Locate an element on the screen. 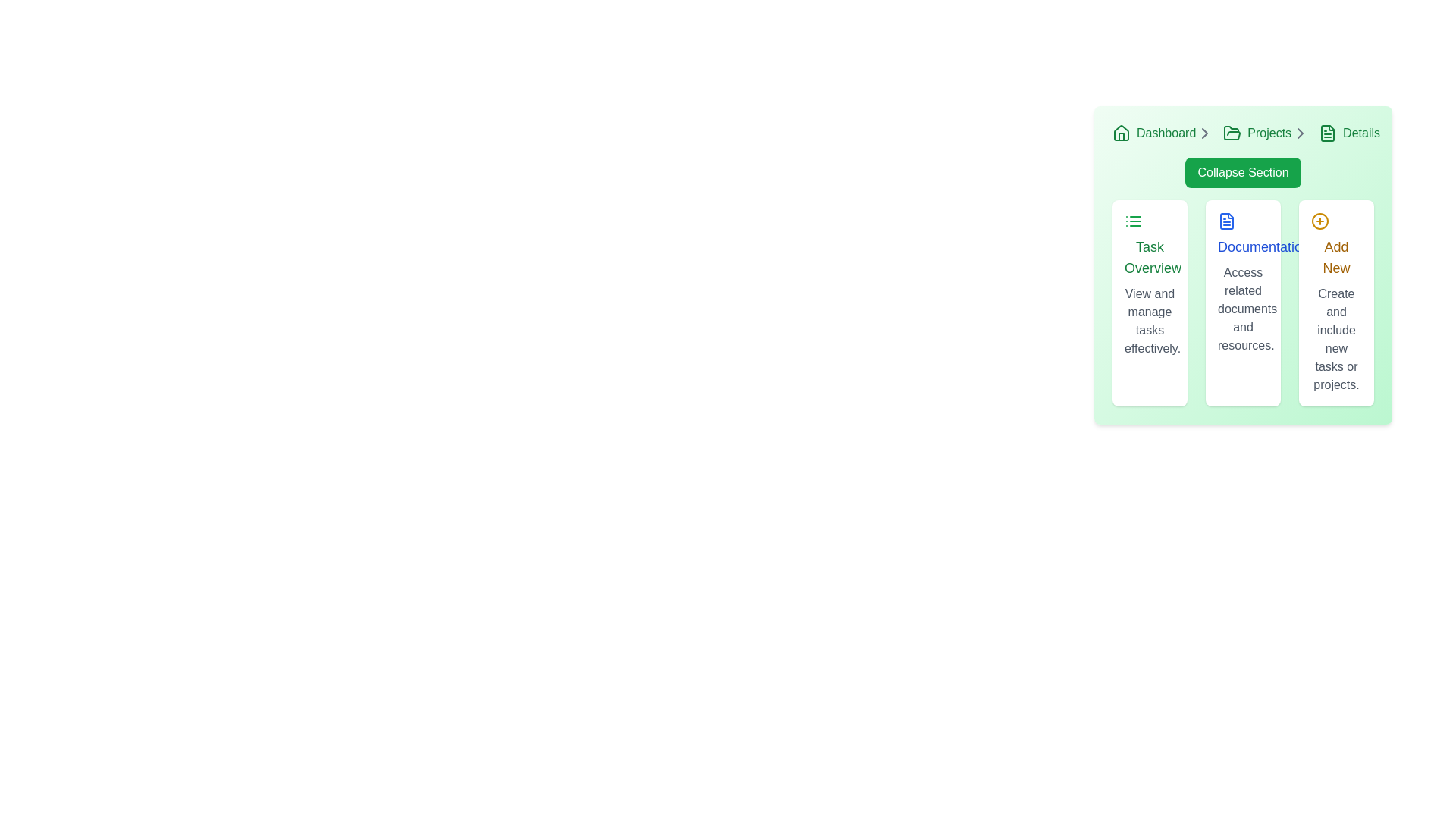 This screenshot has width=1456, height=819. the collapse button located at the top-center of the panel to hide the content section below it is located at coordinates (1243, 171).